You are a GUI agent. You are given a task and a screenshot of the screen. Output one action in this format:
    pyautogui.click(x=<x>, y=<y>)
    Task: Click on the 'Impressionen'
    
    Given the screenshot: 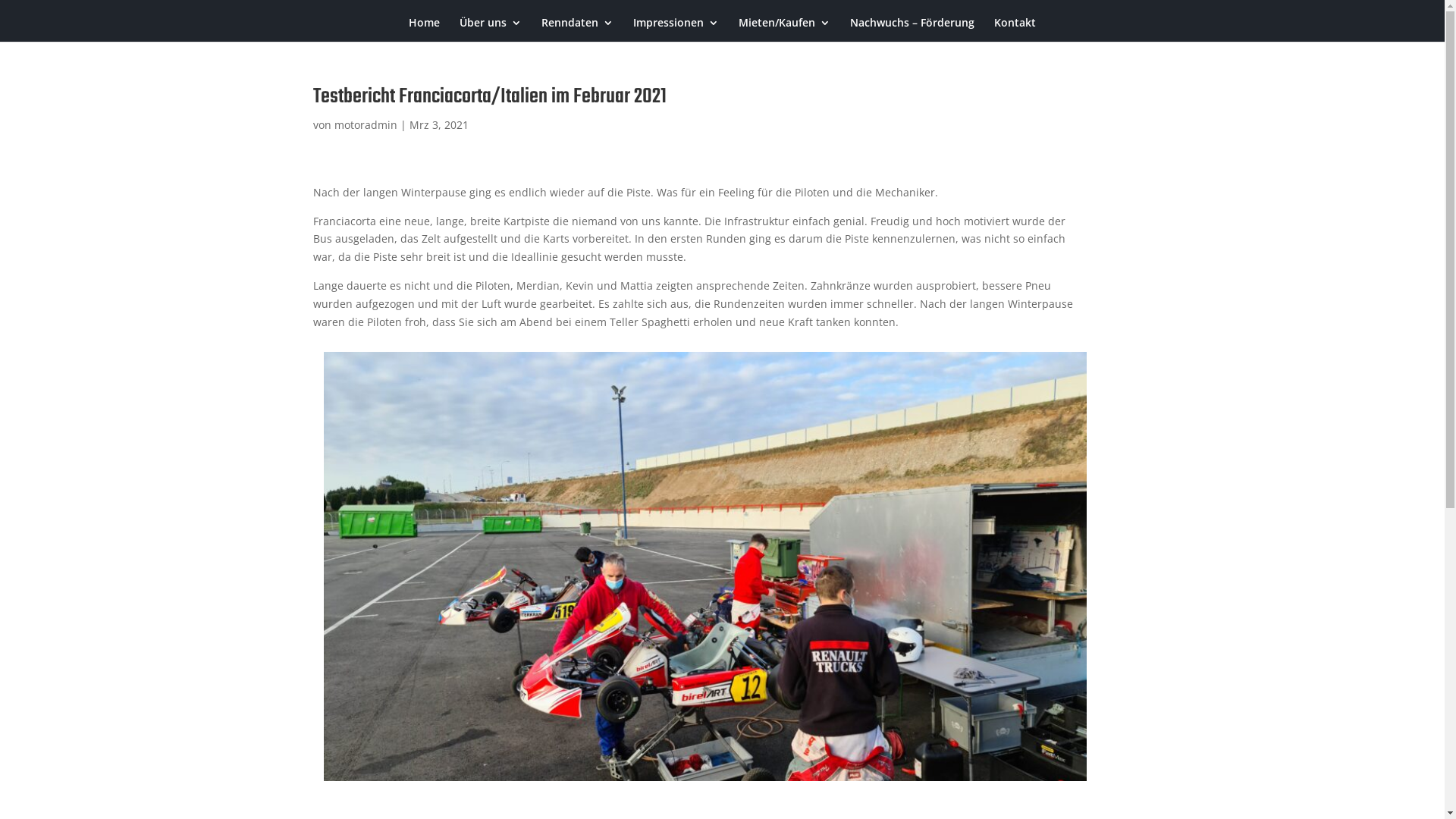 What is the action you would take?
    pyautogui.click(x=675, y=29)
    